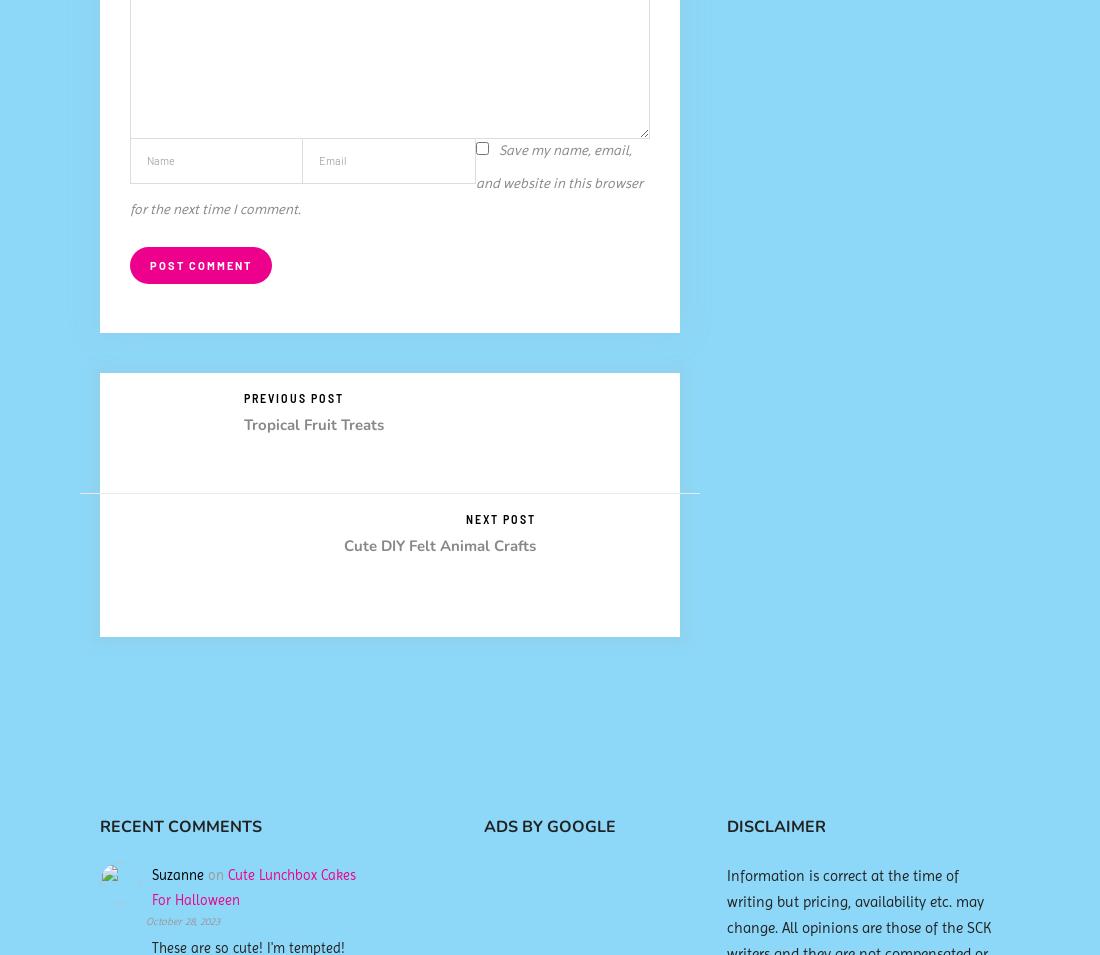 The image size is (1100, 955). Describe the element at coordinates (253, 886) in the screenshot. I see `'Cute Lunchbox Cakes For Halloween'` at that location.